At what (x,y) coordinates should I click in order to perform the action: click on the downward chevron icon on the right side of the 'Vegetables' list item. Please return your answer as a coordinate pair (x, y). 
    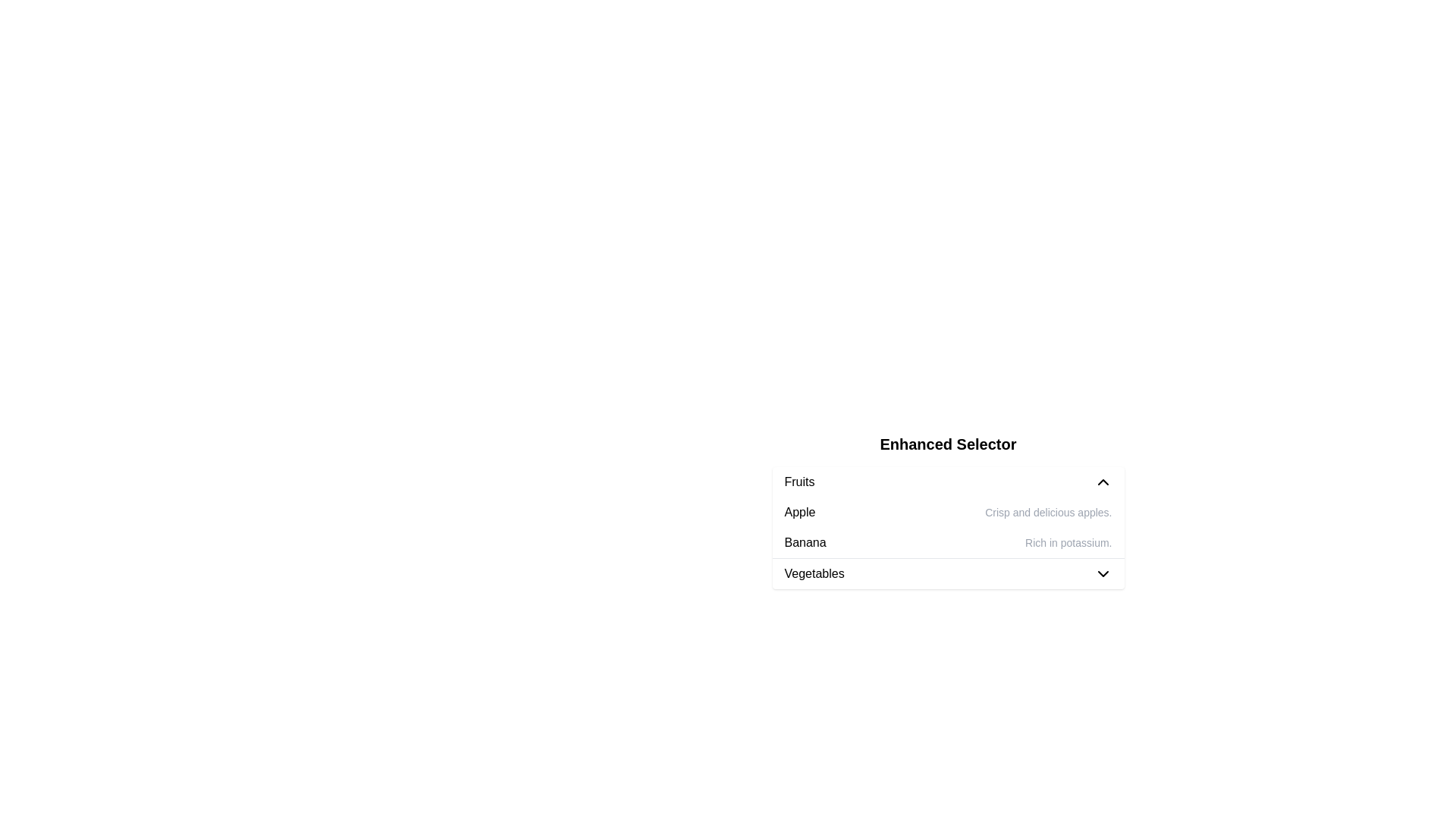
    Looking at the image, I should click on (1103, 573).